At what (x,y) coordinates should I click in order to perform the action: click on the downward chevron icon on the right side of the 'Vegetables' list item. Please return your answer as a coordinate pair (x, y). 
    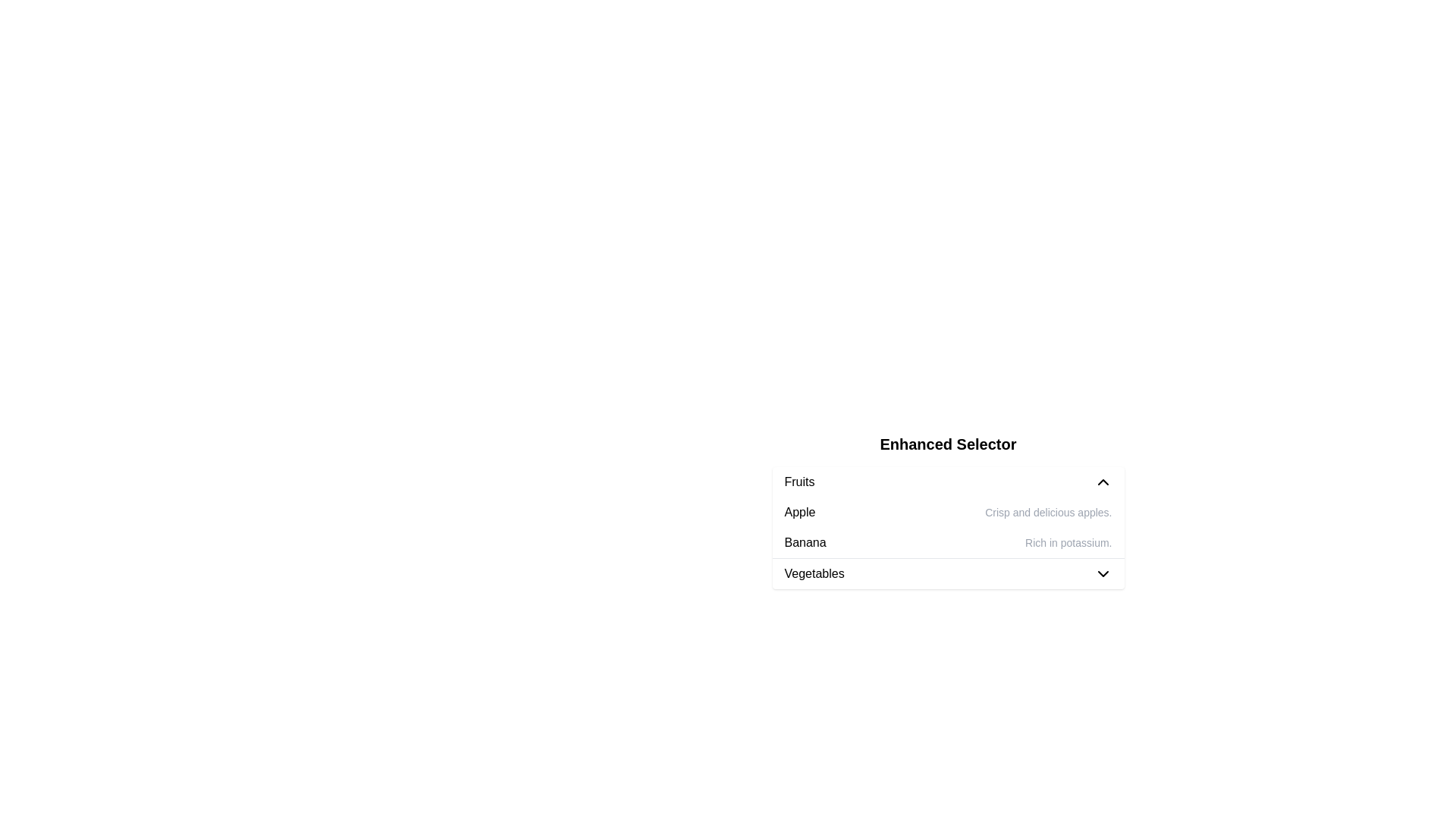
    Looking at the image, I should click on (1103, 573).